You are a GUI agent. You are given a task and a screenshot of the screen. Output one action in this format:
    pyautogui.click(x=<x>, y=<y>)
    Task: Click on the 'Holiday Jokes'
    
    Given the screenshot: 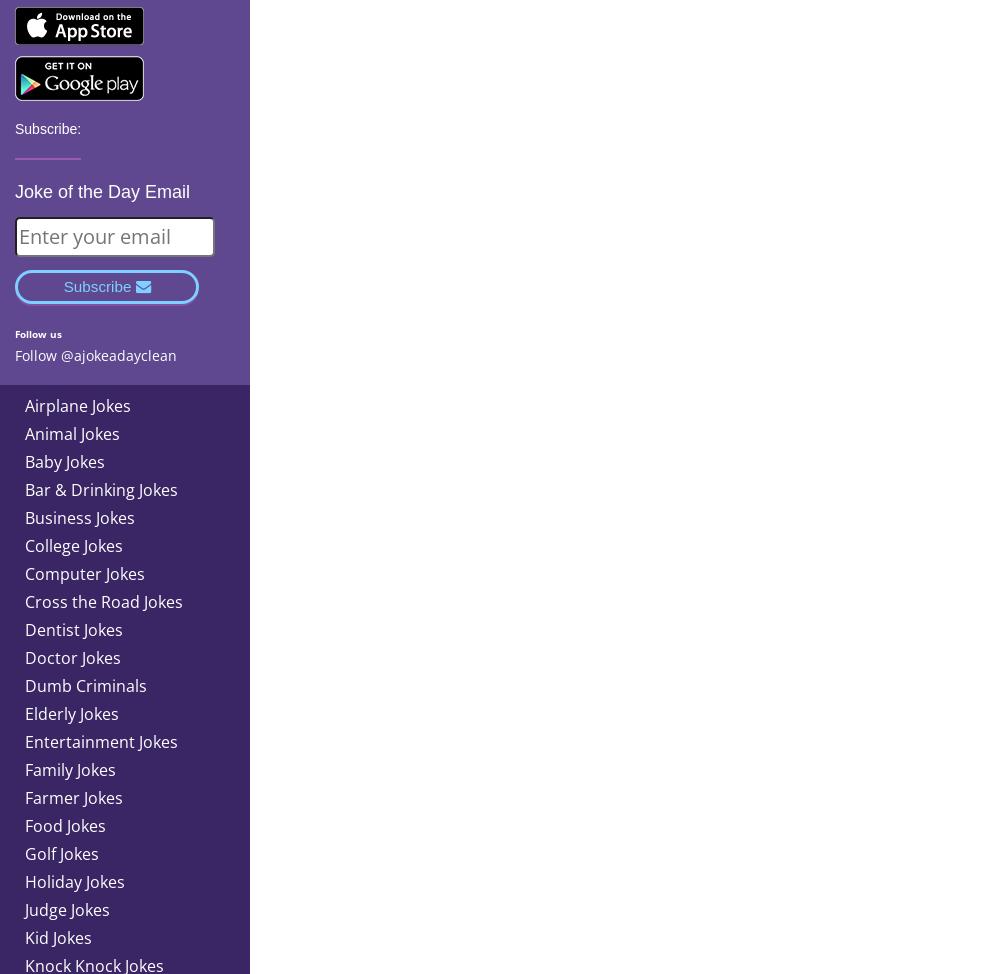 What is the action you would take?
    pyautogui.click(x=73, y=880)
    